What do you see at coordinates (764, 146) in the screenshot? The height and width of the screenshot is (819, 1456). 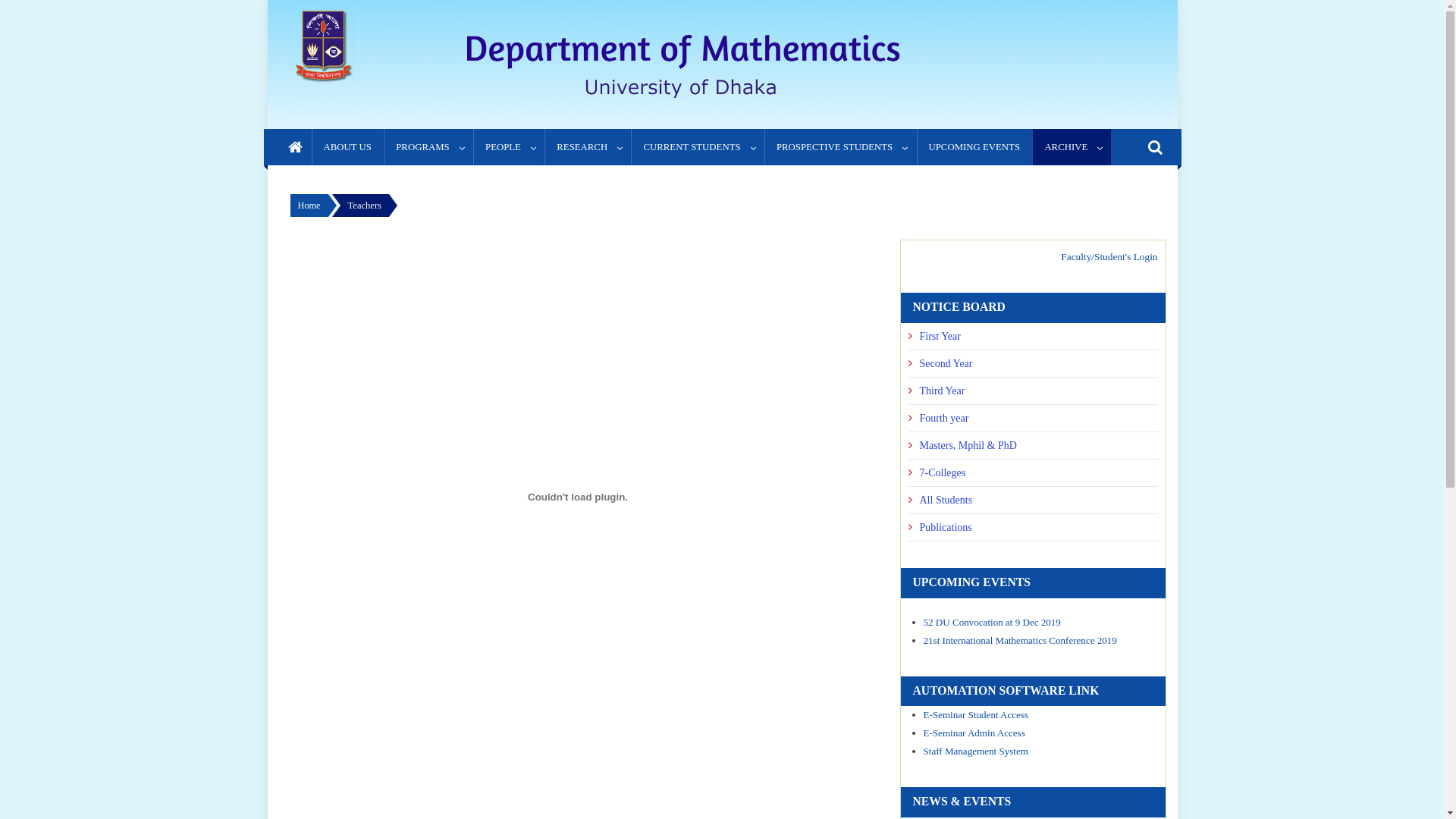 I see `'PROSPECTIVE STUDENTS'` at bounding box center [764, 146].